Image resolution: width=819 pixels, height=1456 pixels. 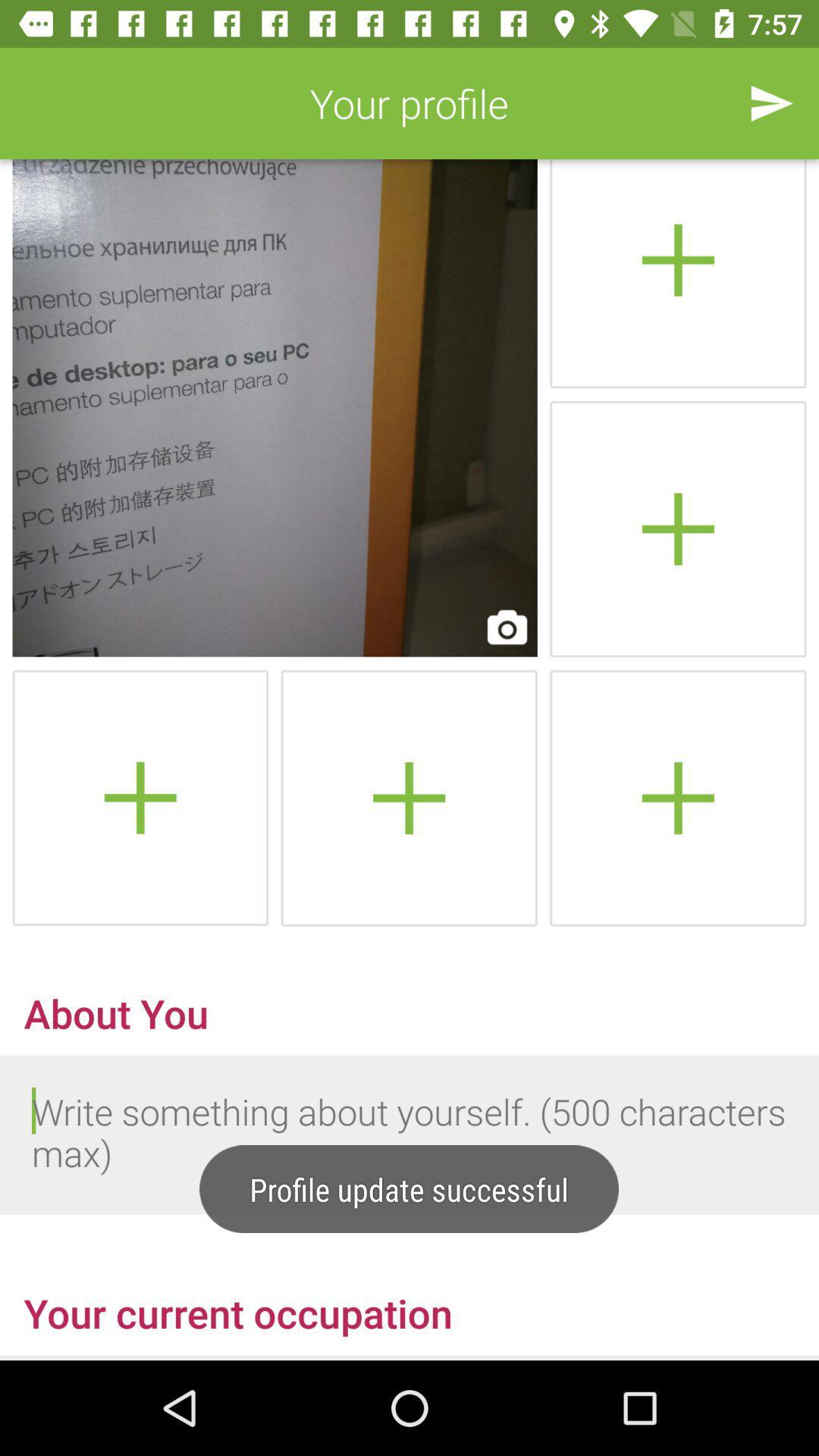 I want to click on profile photo, so click(x=677, y=274).